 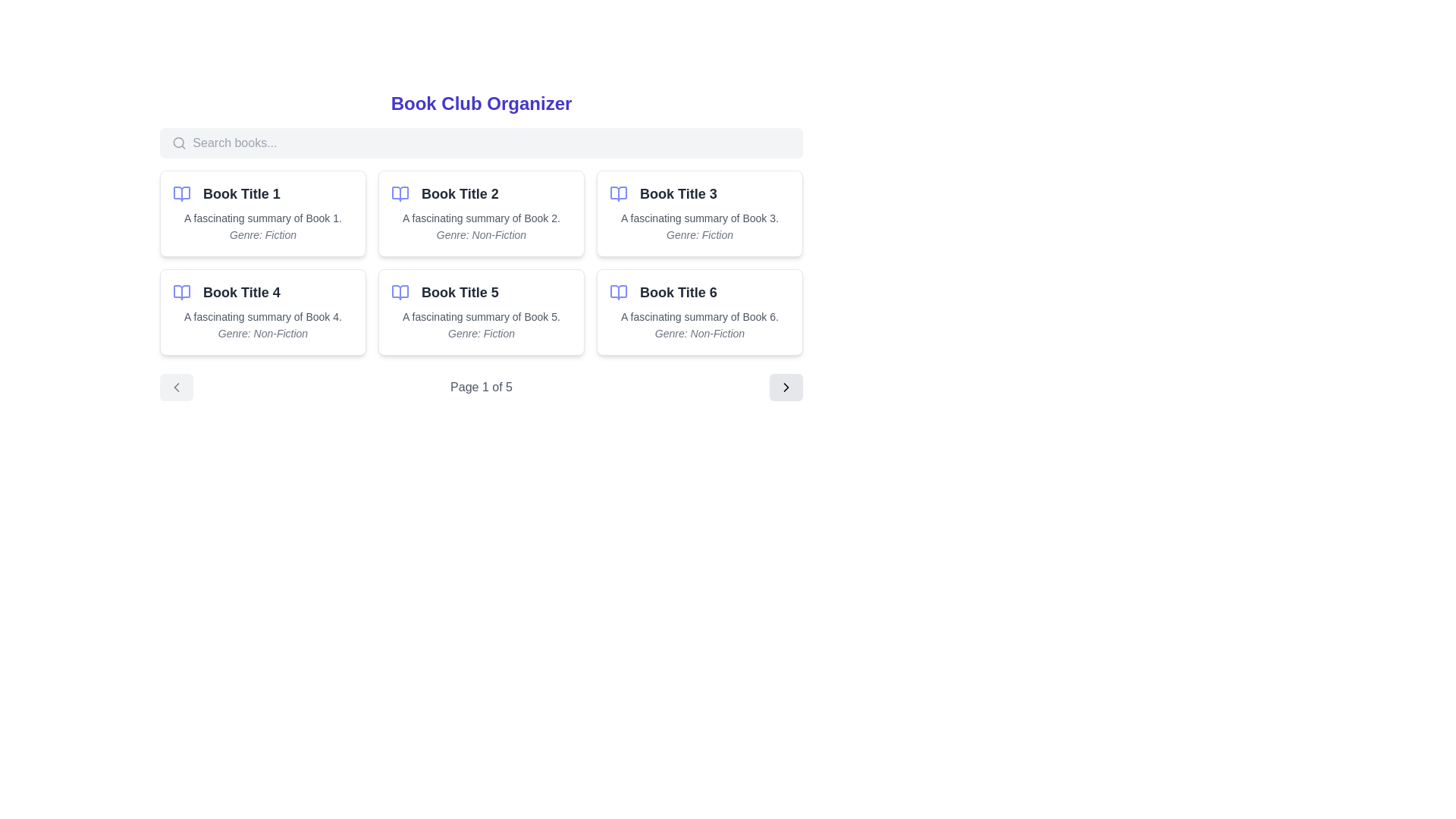 What do you see at coordinates (262, 332) in the screenshot?
I see `the text label indicating the genre of 'Book Title 4', which is positioned below the book's description and summary text` at bounding box center [262, 332].